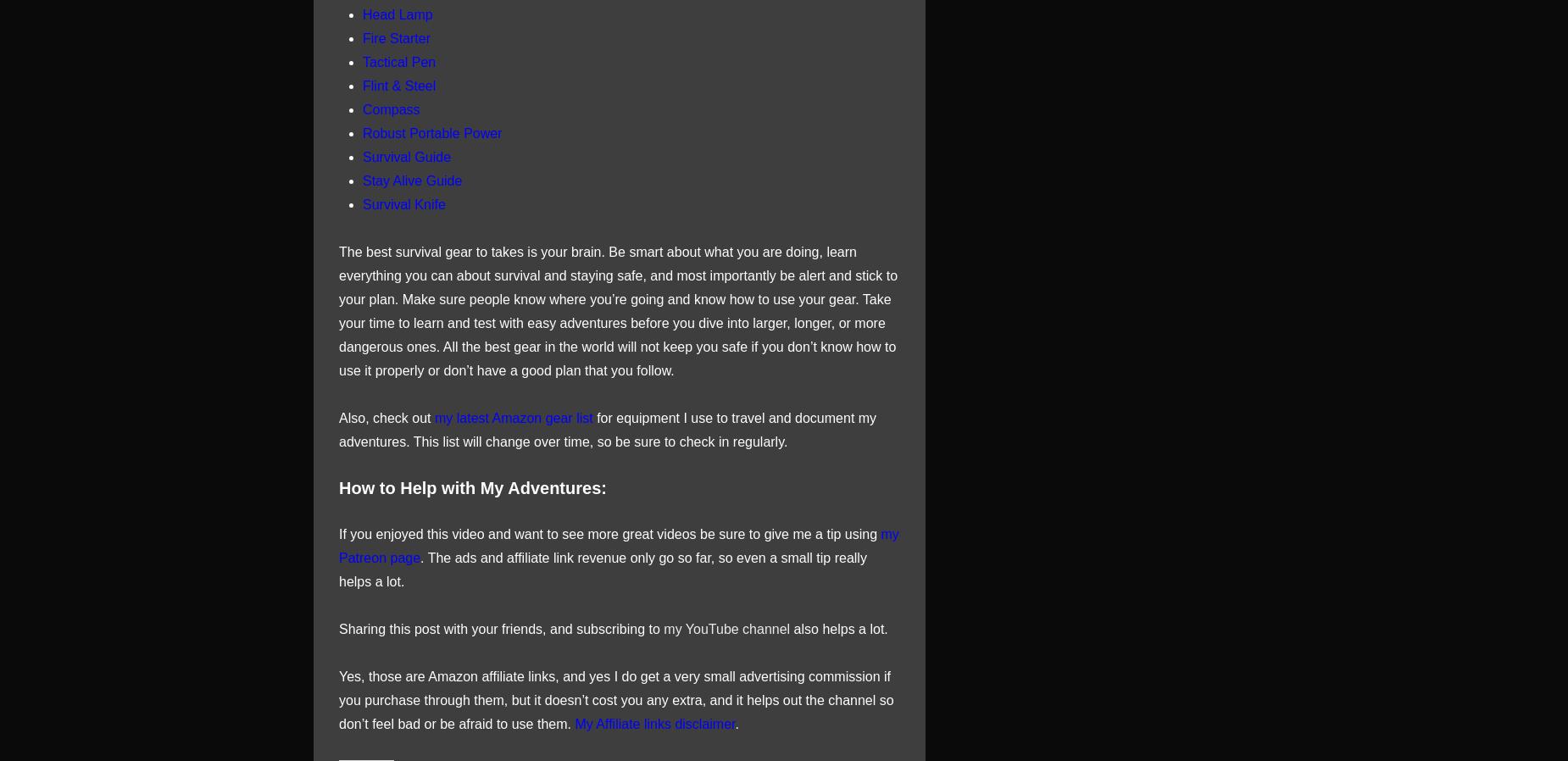  I want to click on 'Fire Starter', so click(397, 36).